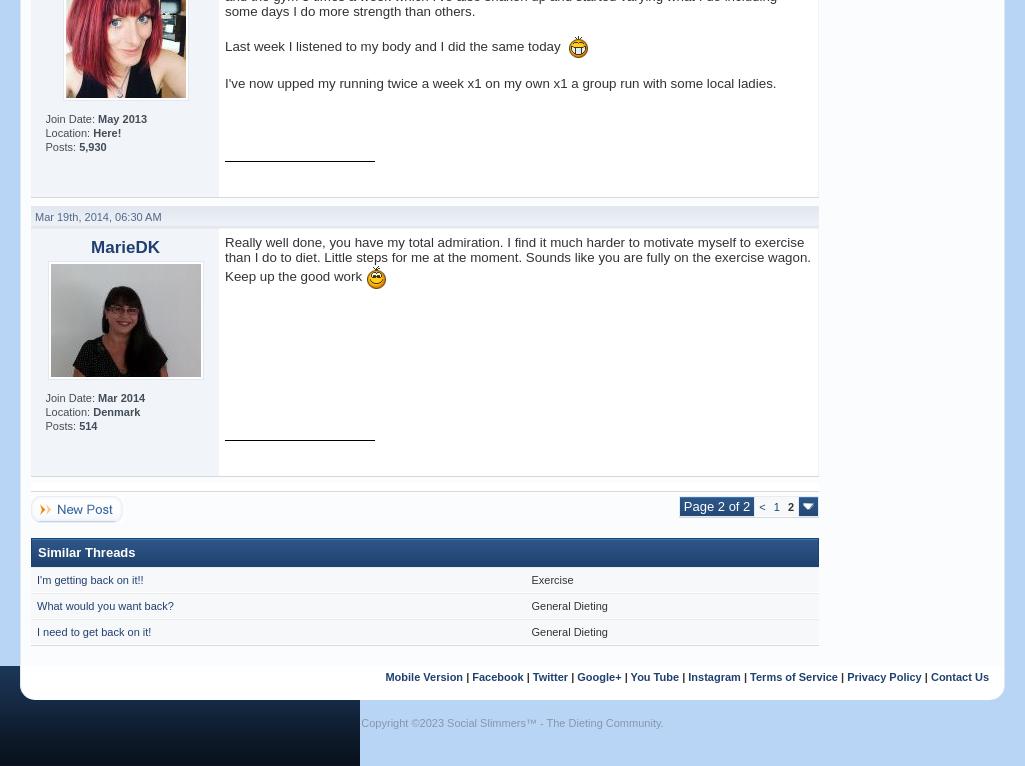 The height and width of the screenshot is (766, 1025). Describe the element at coordinates (85, 551) in the screenshot. I see `'Similar Threads'` at that location.